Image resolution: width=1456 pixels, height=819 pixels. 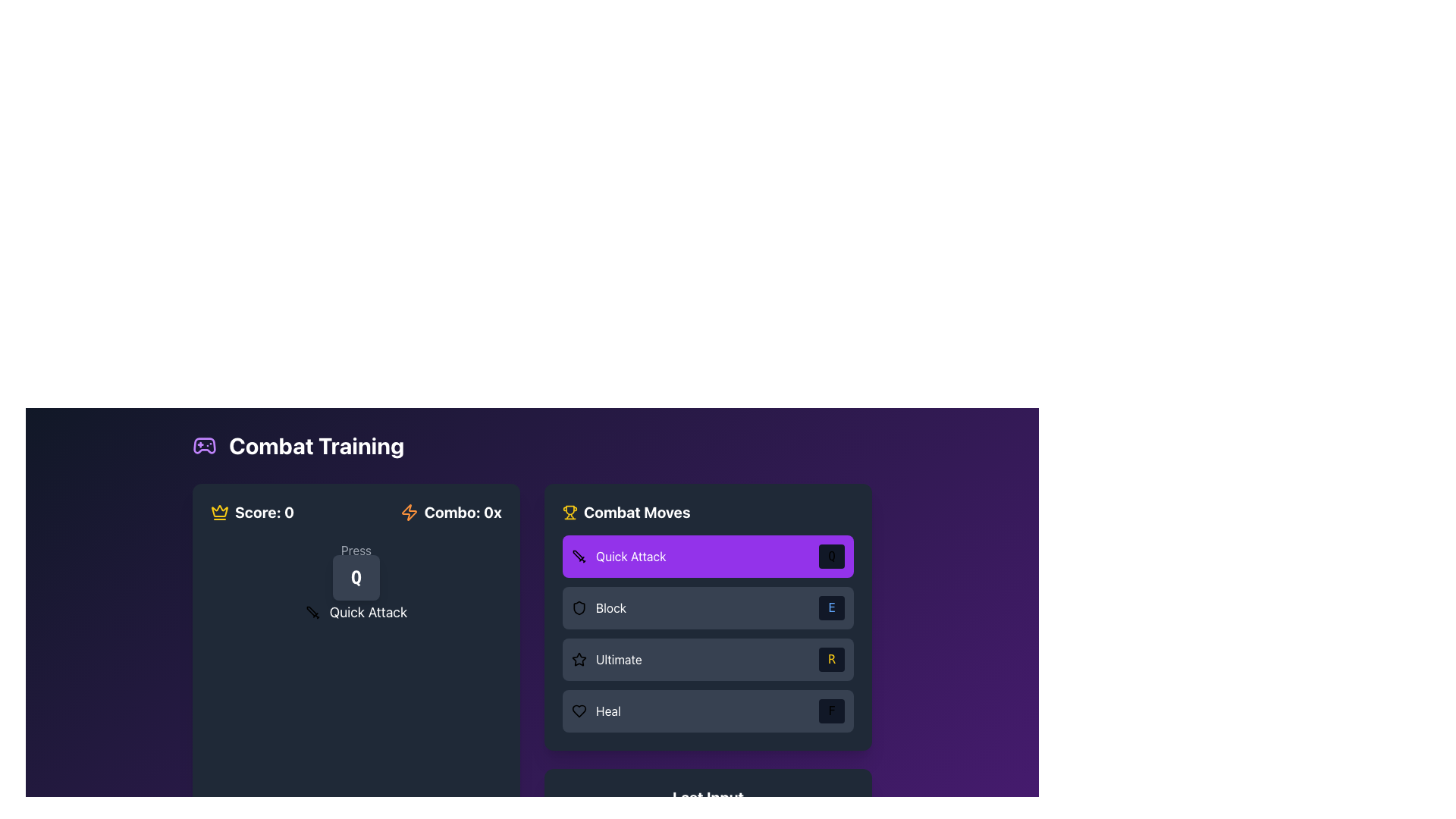 What do you see at coordinates (218, 511) in the screenshot?
I see `the icon representing 'score' or 'achievement' located to the left of the 'Score: 0' label in the 'Combat Training' section` at bounding box center [218, 511].